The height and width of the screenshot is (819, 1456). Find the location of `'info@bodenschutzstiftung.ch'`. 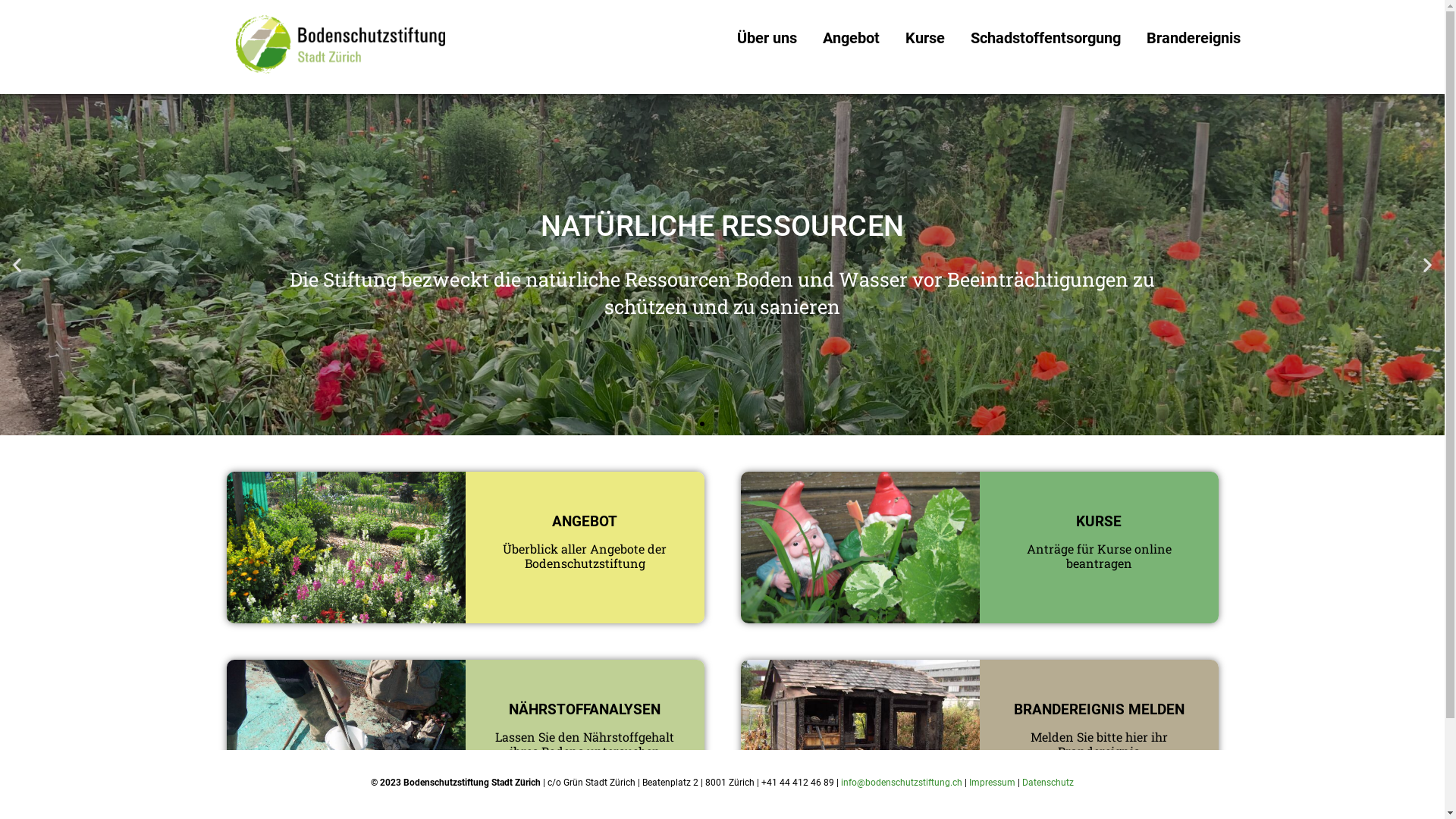

'info@bodenschutzstiftung.ch' is located at coordinates (902, 783).